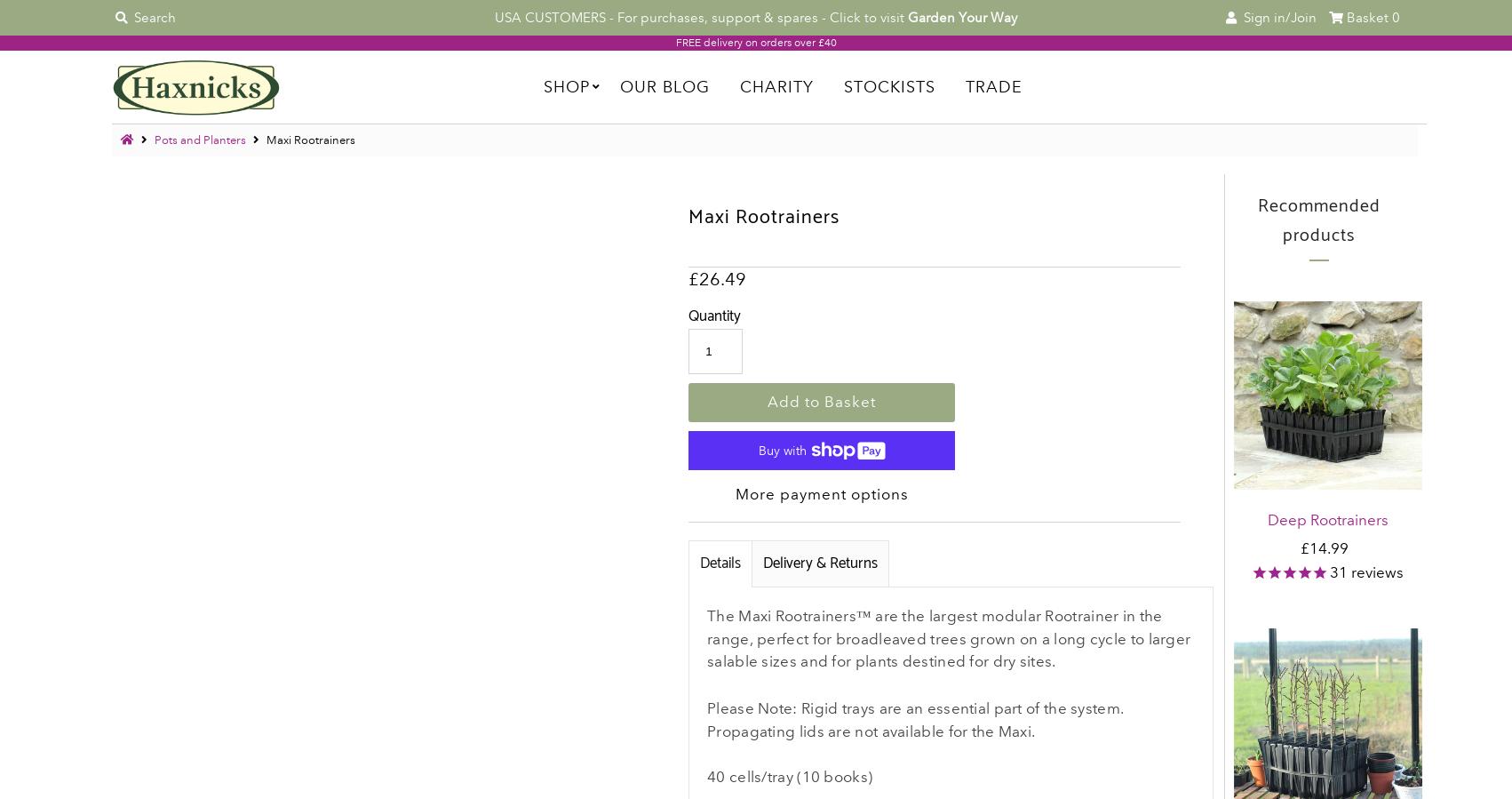  Describe the element at coordinates (713, 316) in the screenshot. I see `'Quantity'` at that location.